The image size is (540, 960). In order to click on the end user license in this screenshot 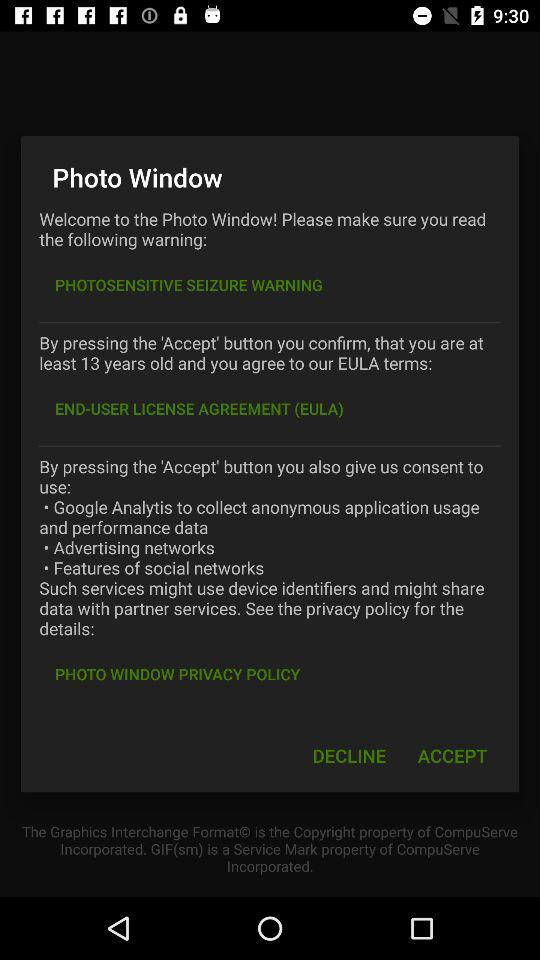, I will do `click(199, 407)`.